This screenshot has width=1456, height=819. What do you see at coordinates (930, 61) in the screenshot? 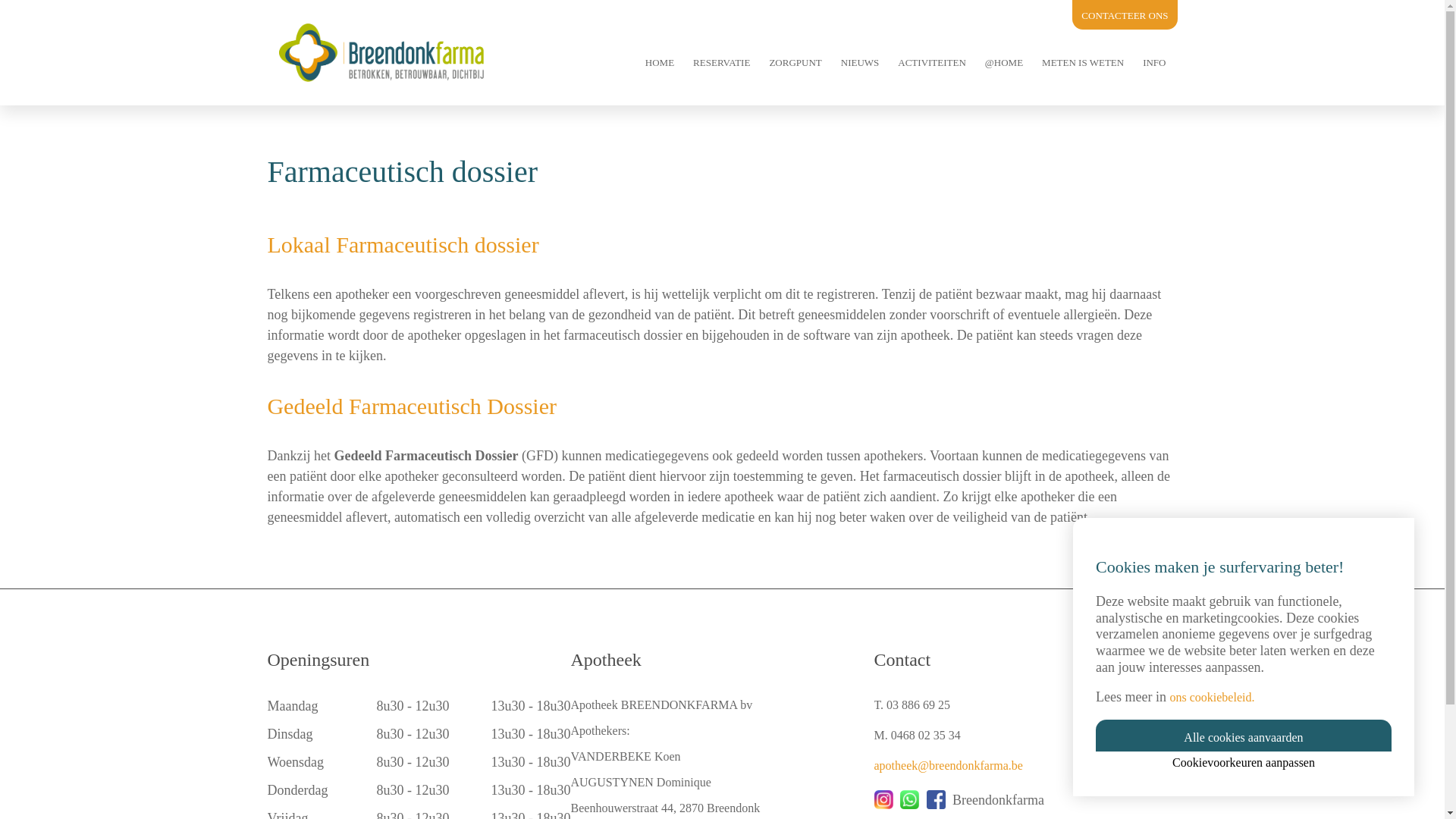
I see `'ACTIVITEITEN'` at bounding box center [930, 61].